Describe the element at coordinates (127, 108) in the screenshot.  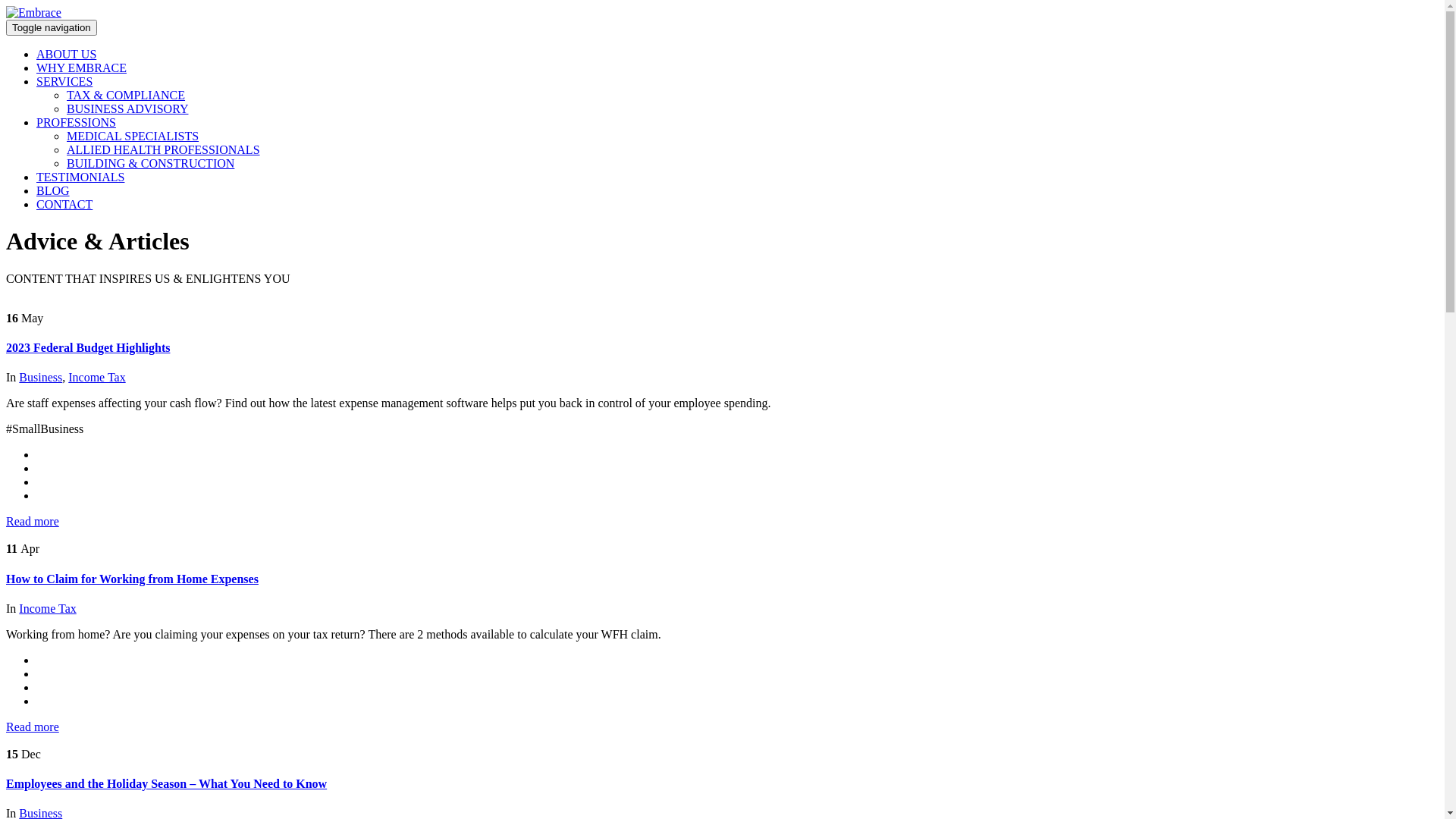
I see `'BUSINESS ADVISORY'` at that location.